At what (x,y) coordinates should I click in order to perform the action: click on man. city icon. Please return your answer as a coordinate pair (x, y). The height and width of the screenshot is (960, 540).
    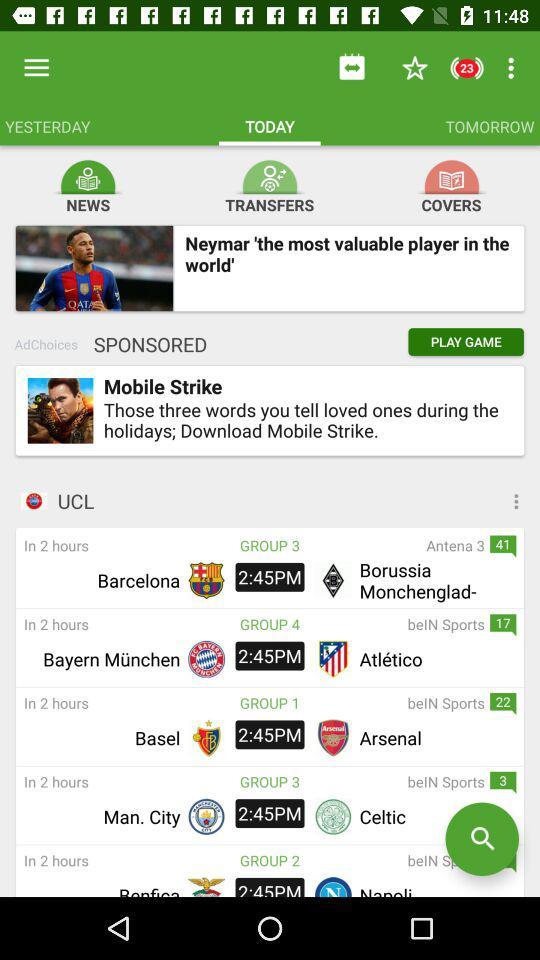
    Looking at the image, I should click on (102, 816).